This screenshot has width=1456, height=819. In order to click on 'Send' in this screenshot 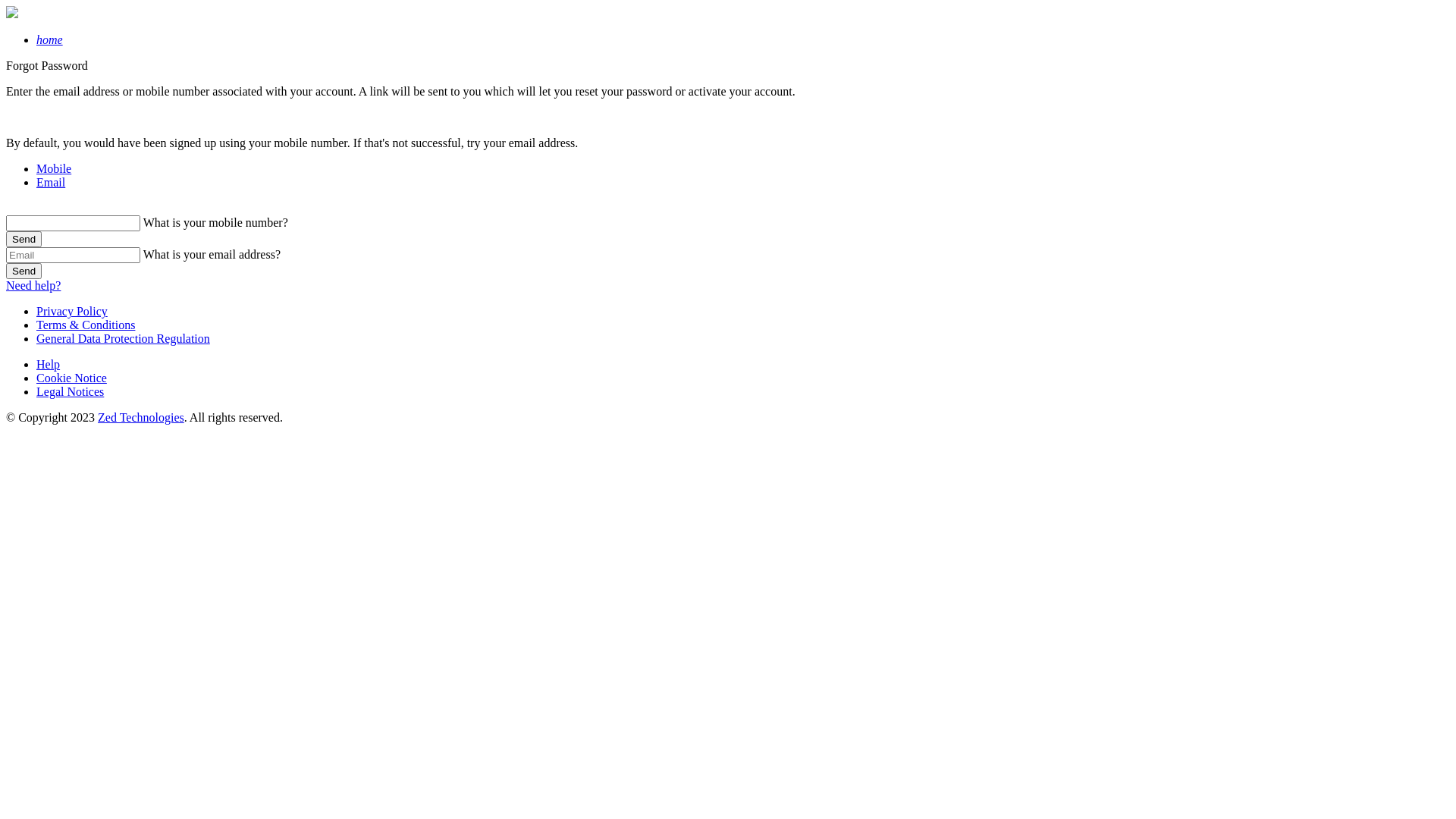, I will do `click(24, 270)`.